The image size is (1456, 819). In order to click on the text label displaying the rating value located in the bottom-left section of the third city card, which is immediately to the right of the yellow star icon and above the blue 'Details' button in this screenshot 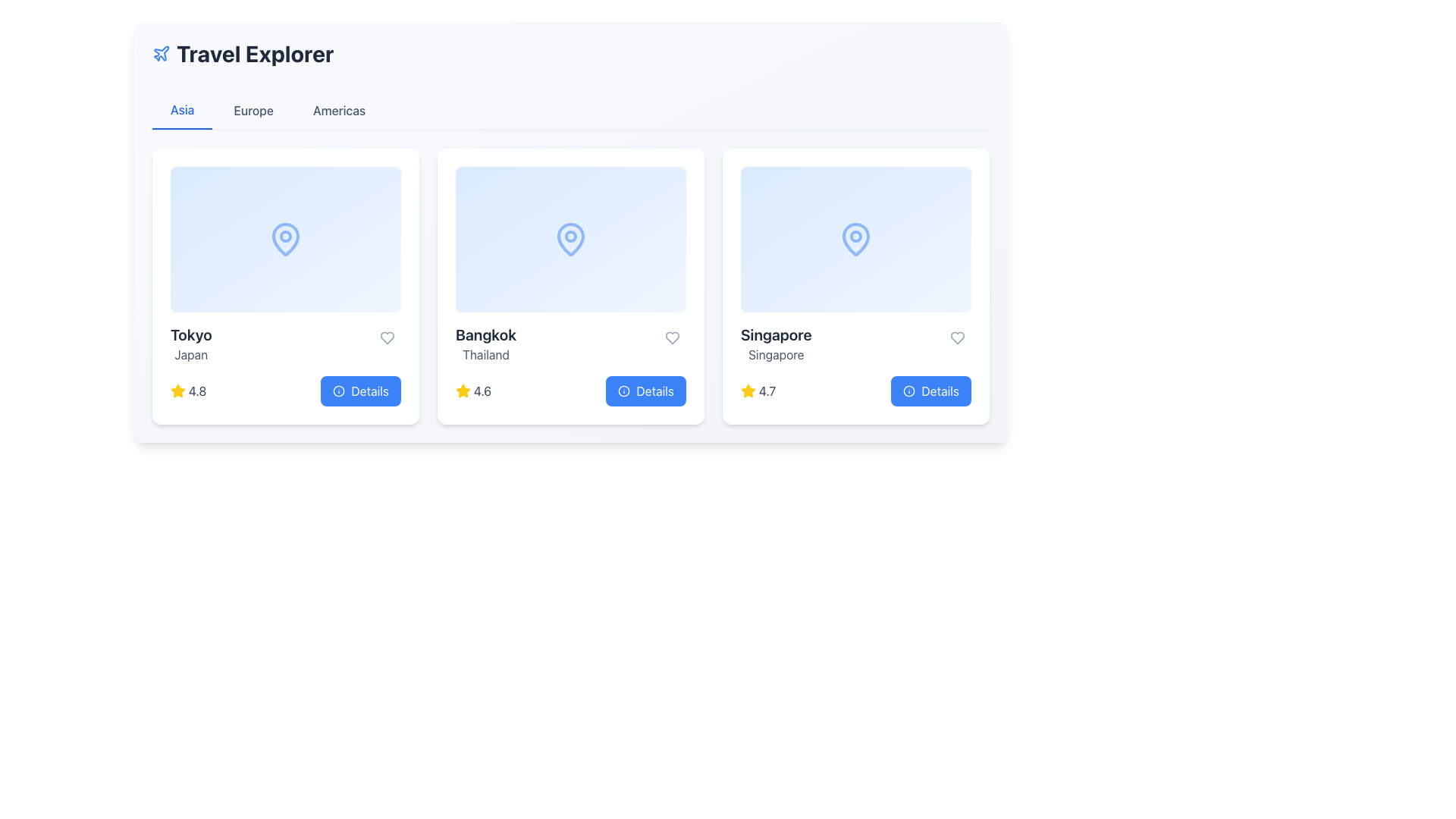, I will do `click(767, 391)`.